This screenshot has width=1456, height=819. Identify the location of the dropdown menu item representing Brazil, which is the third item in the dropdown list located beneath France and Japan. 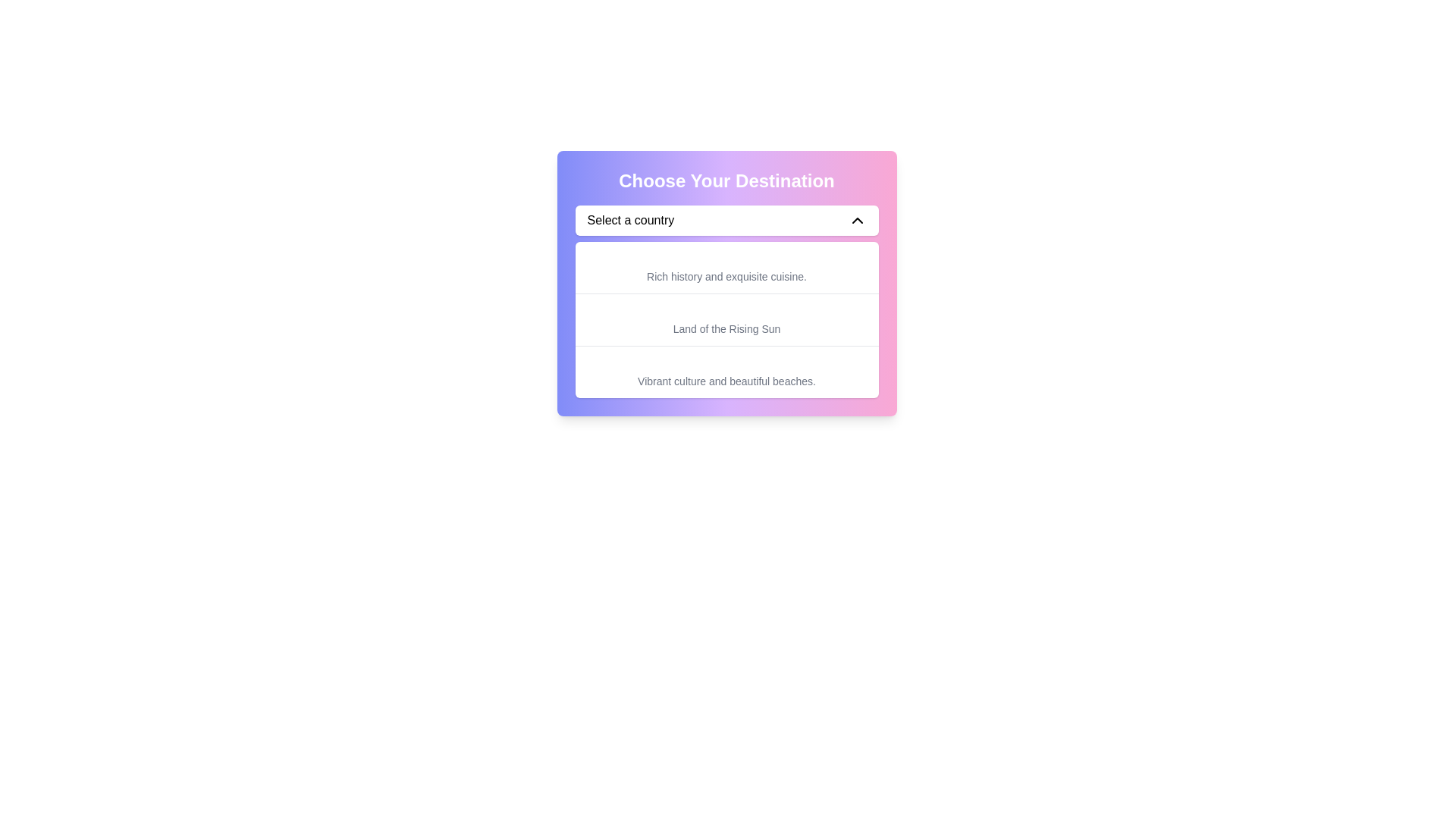
(726, 372).